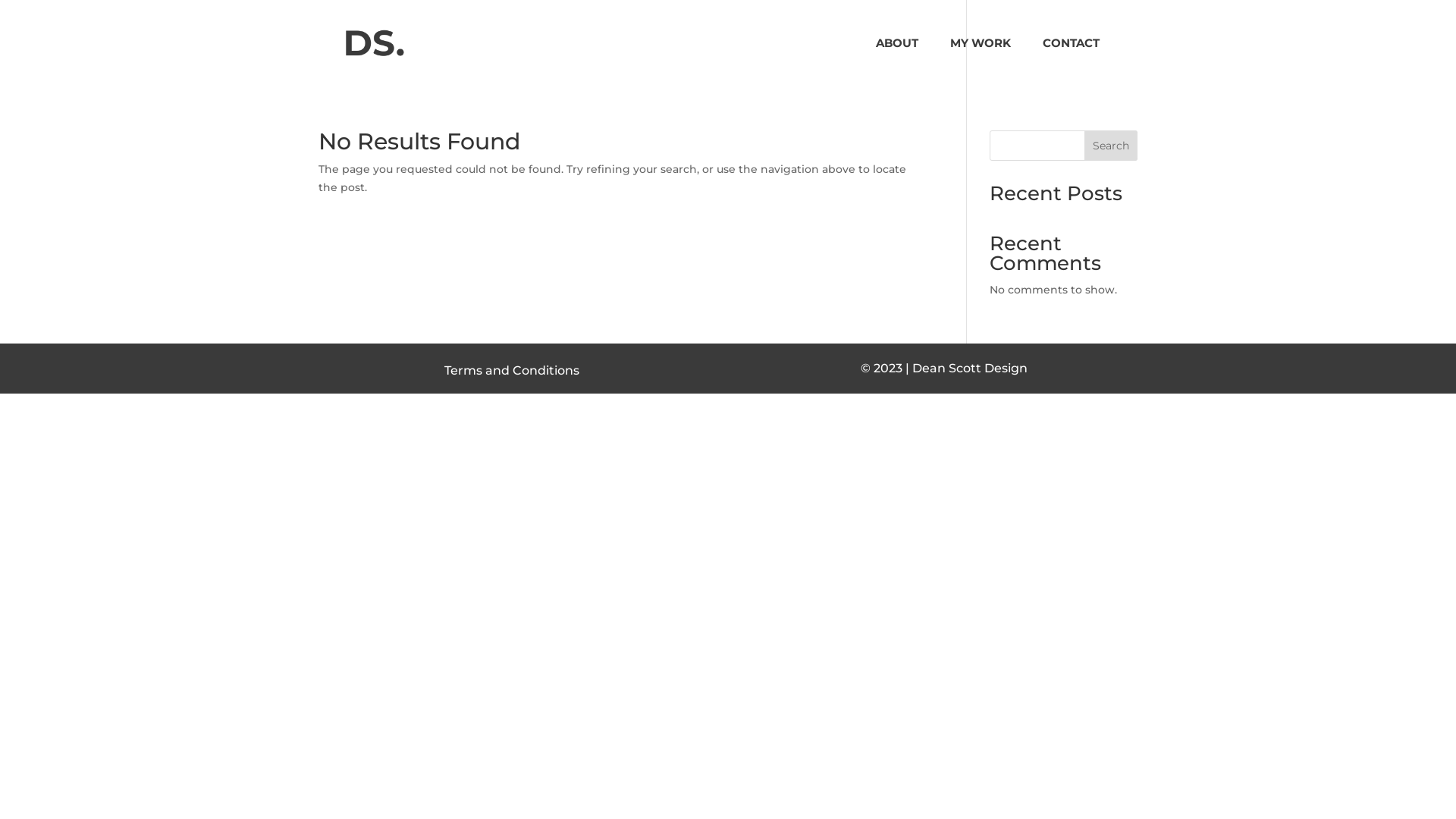 The image size is (1456, 819). I want to click on 'CONTACT', so click(1041, 61).